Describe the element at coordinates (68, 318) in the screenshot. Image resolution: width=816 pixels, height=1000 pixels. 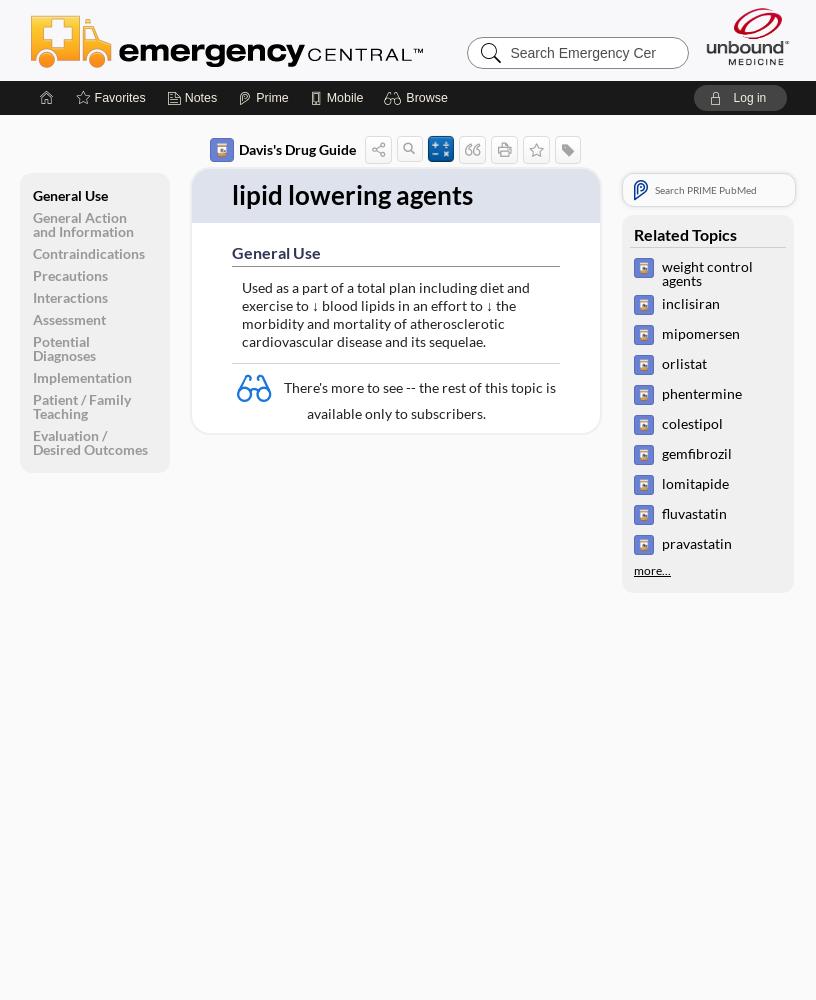
I see `'Assessment'` at that location.